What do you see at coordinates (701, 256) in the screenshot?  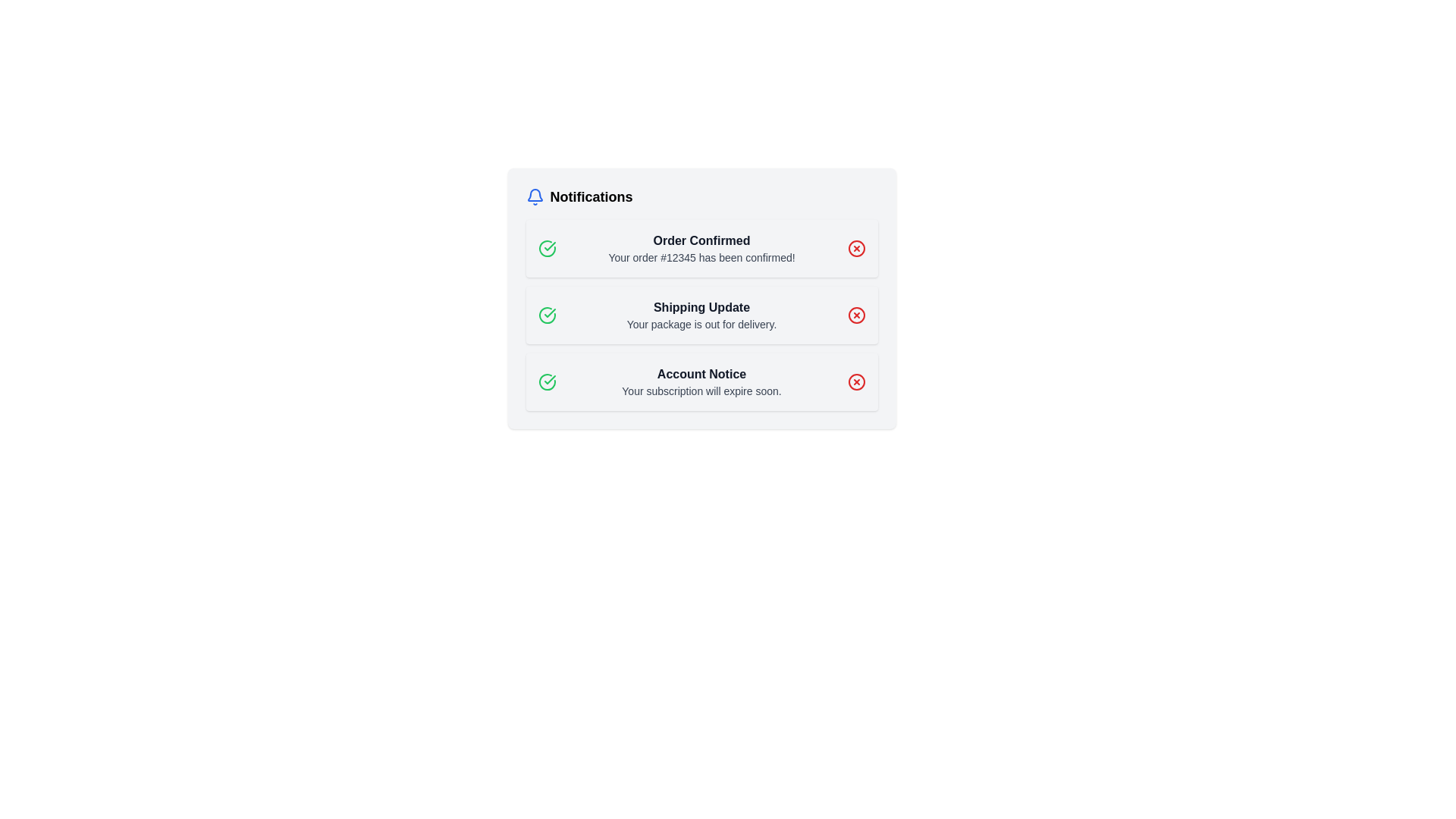 I see `the detailed information text that provides confirmation of the order, including the reference number (#12345), located right below the 'Order Confirmed' text in the topmost notification card` at bounding box center [701, 256].